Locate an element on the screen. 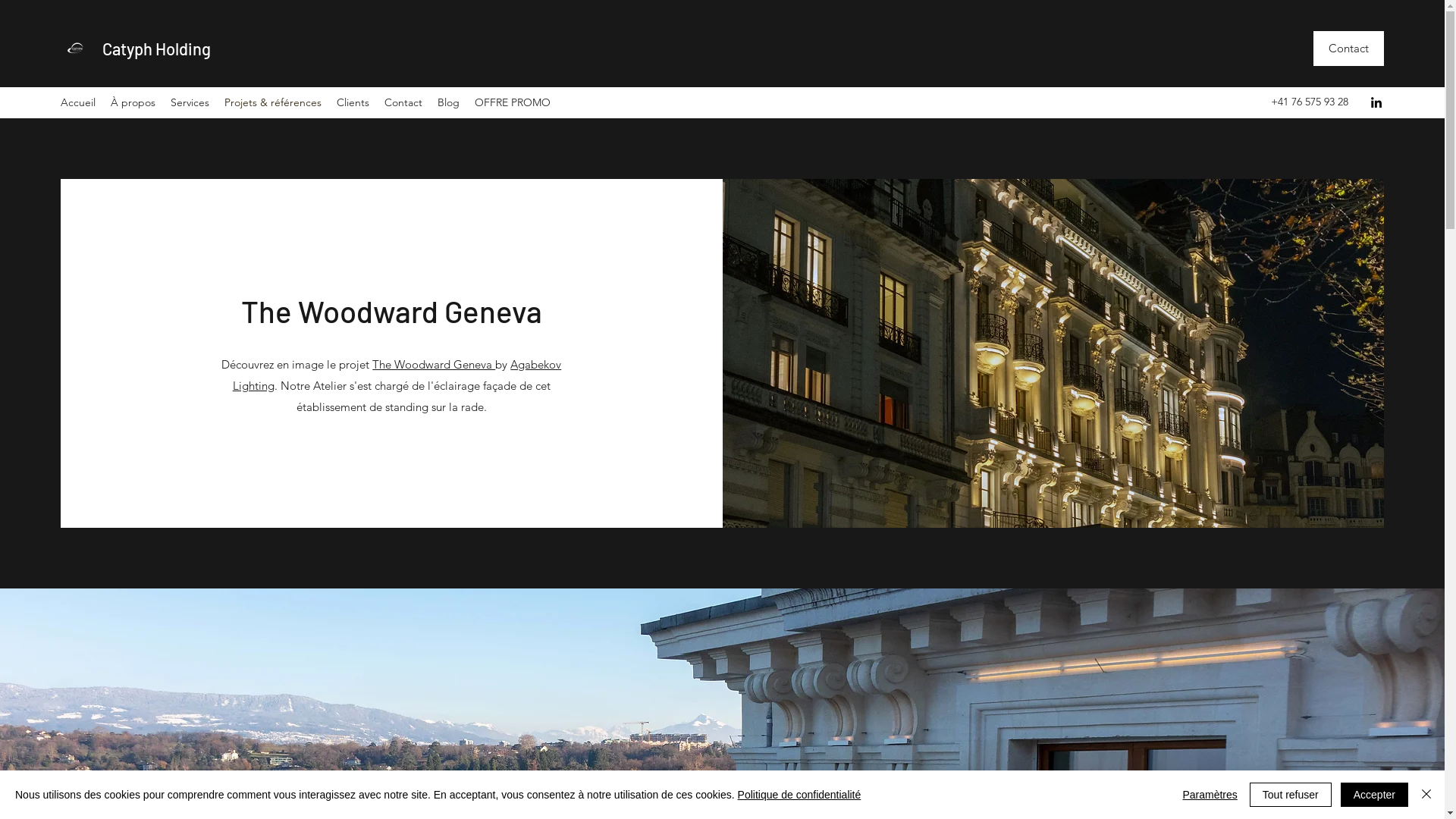  'The Woodward Geneva' is located at coordinates (432, 364).